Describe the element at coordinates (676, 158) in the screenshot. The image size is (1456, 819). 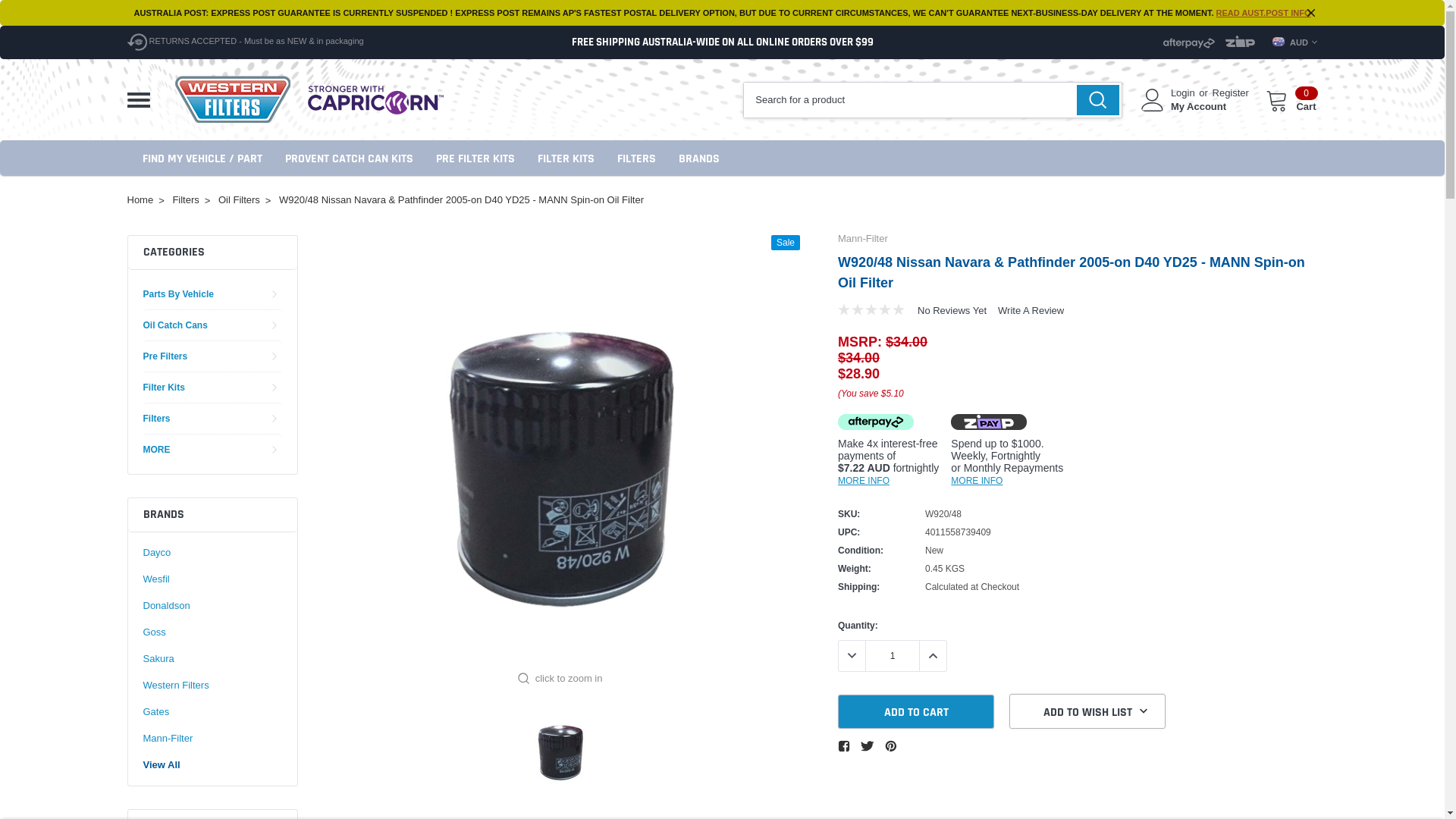
I see `'BRANDS'` at that location.